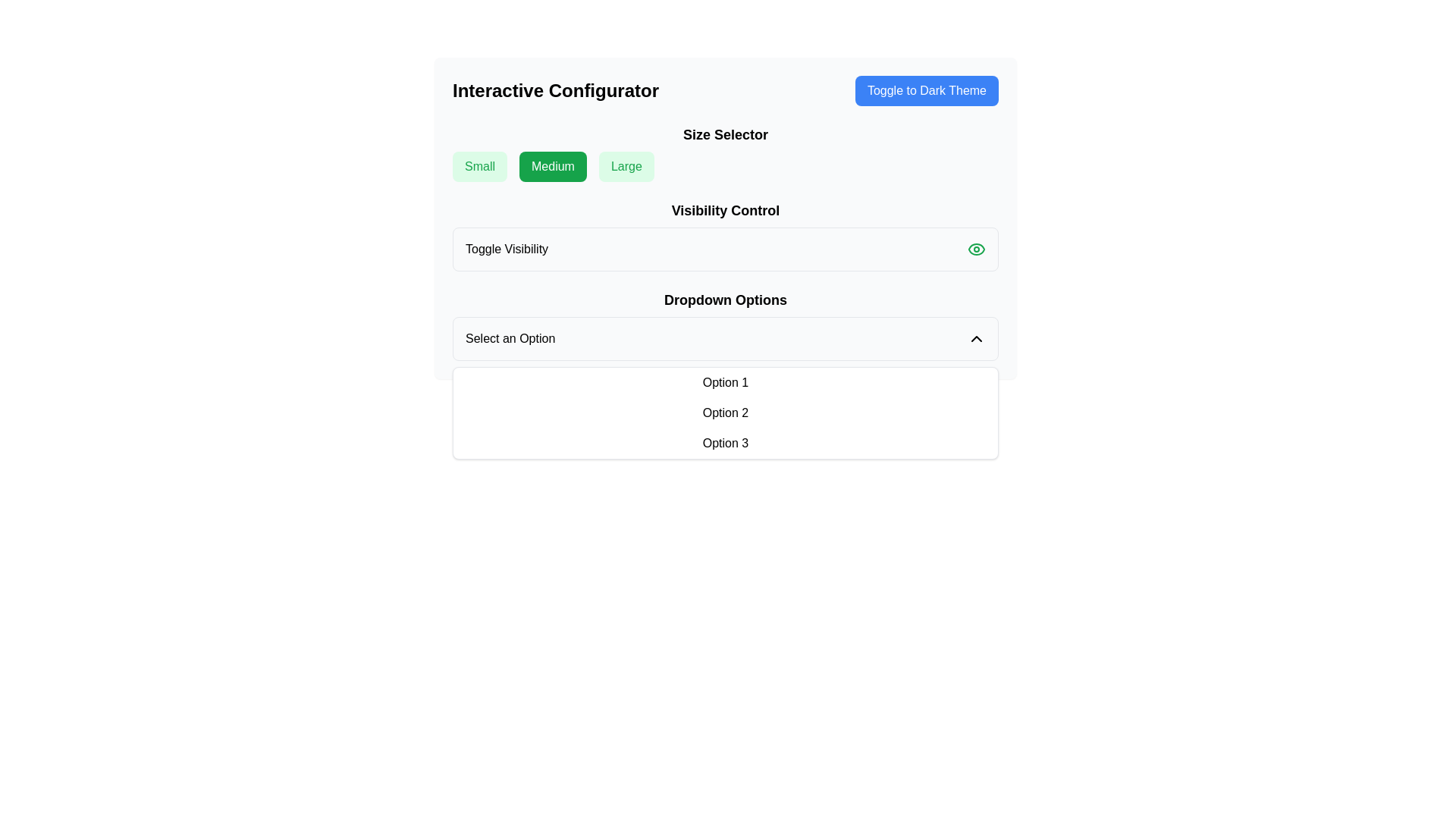 Image resolution: width=1456 pixels, height=819 pixels. Describe the element at coordinates (724, 324) in the screenshot. I see `the 'Dropdown Options' menu` at that location.